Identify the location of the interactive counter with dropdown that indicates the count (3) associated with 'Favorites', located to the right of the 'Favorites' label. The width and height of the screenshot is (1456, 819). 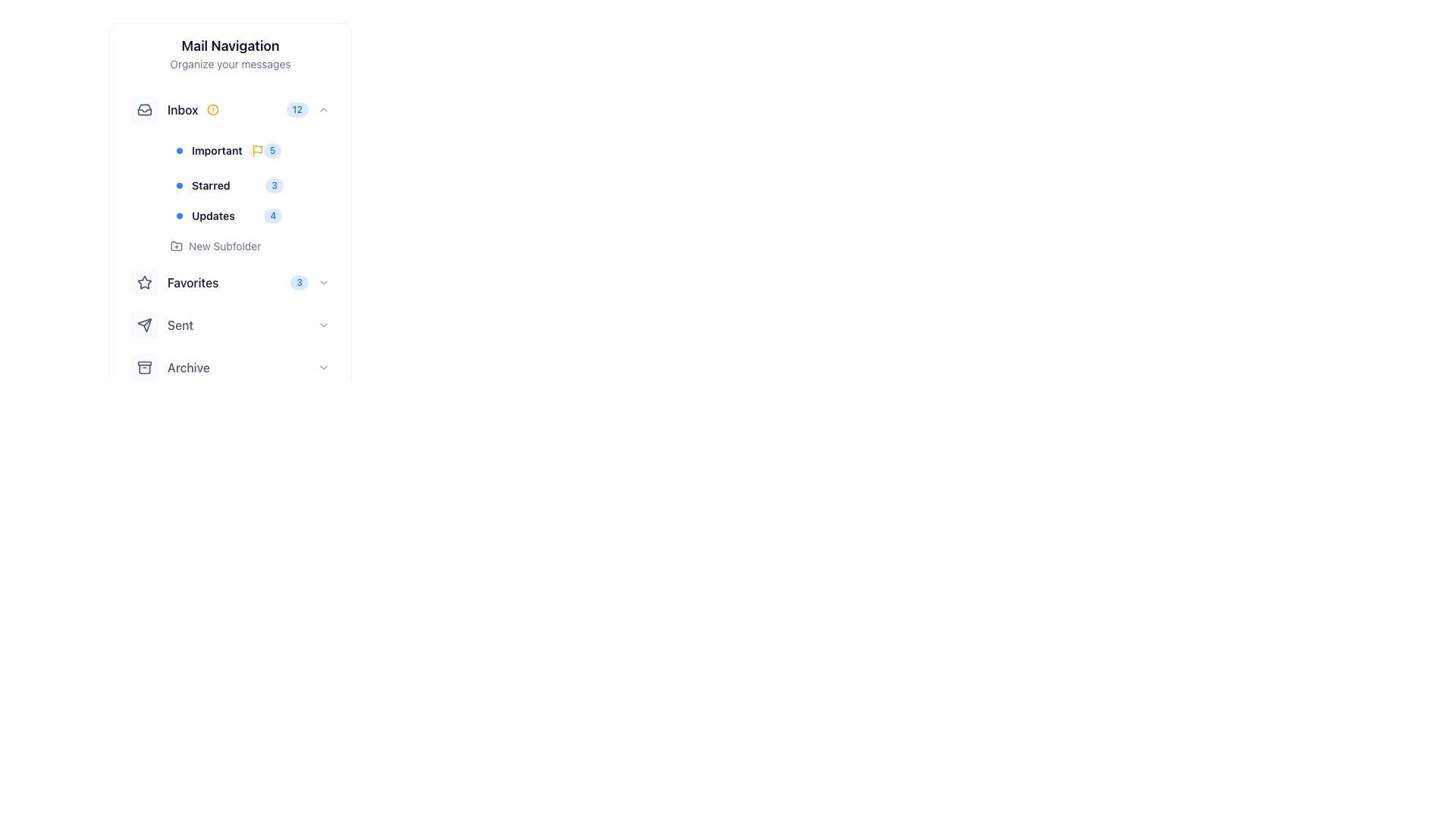
(309, 283).